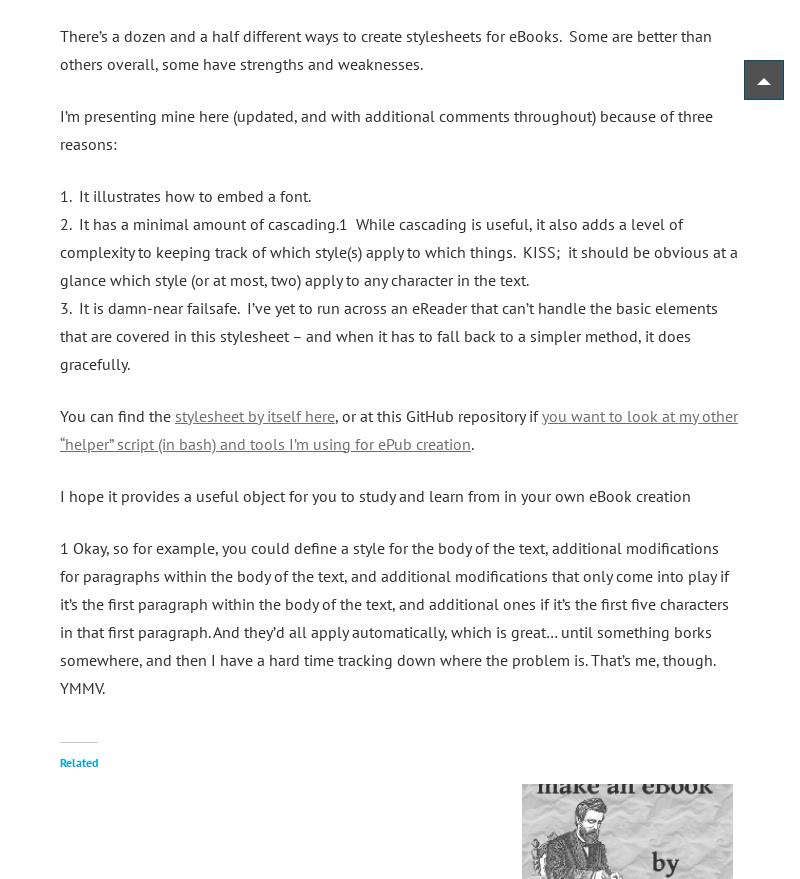  What do you see at coordinates (387, 333) in the screenshot?
I see `'3.  It is damn-near failsafe.  I’ve yet to run across an eReader that can’t handle the basic elements that are covered in this stylesheet – and when it has to fall back to a simpler method, it does gracefully.'` at bounding box center [387, 333].